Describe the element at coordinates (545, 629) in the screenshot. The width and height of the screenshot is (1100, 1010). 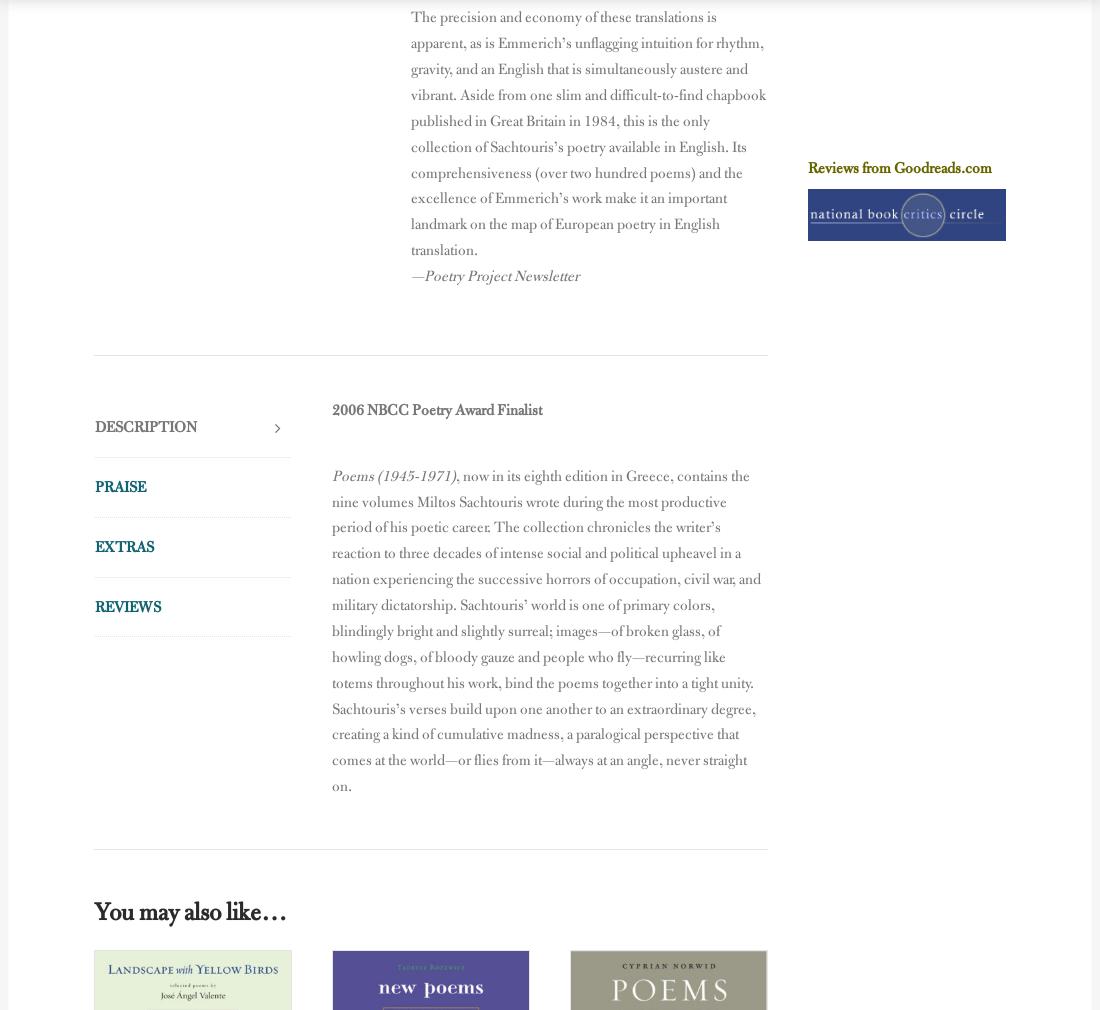
I see `', now in its eighth edition in Greece, contains the nine volumes Miltos Sachtouris wrote during the most productive period of his poetic career. The collection chronicles the writer’s reaction to three decades of intense social and political upheavel in a nation experiencing the successive horrors of occupation, civil war, and military dictatorship. Sachtouris’ world is one of primary colors, blindingly bright and slightly surreal; images—of broken glass, of howling dogs, of bloody gauze and people who fly—recurring like totems throughout his work, bind the poems together into a tight unity. Sachtouris’s verses build upon one another to an extraordinary degree, creating a kind of cumulative madness, a paralogical perspective that comes at the world—or flies from it—always at an angle, never straight on.'` at that location.